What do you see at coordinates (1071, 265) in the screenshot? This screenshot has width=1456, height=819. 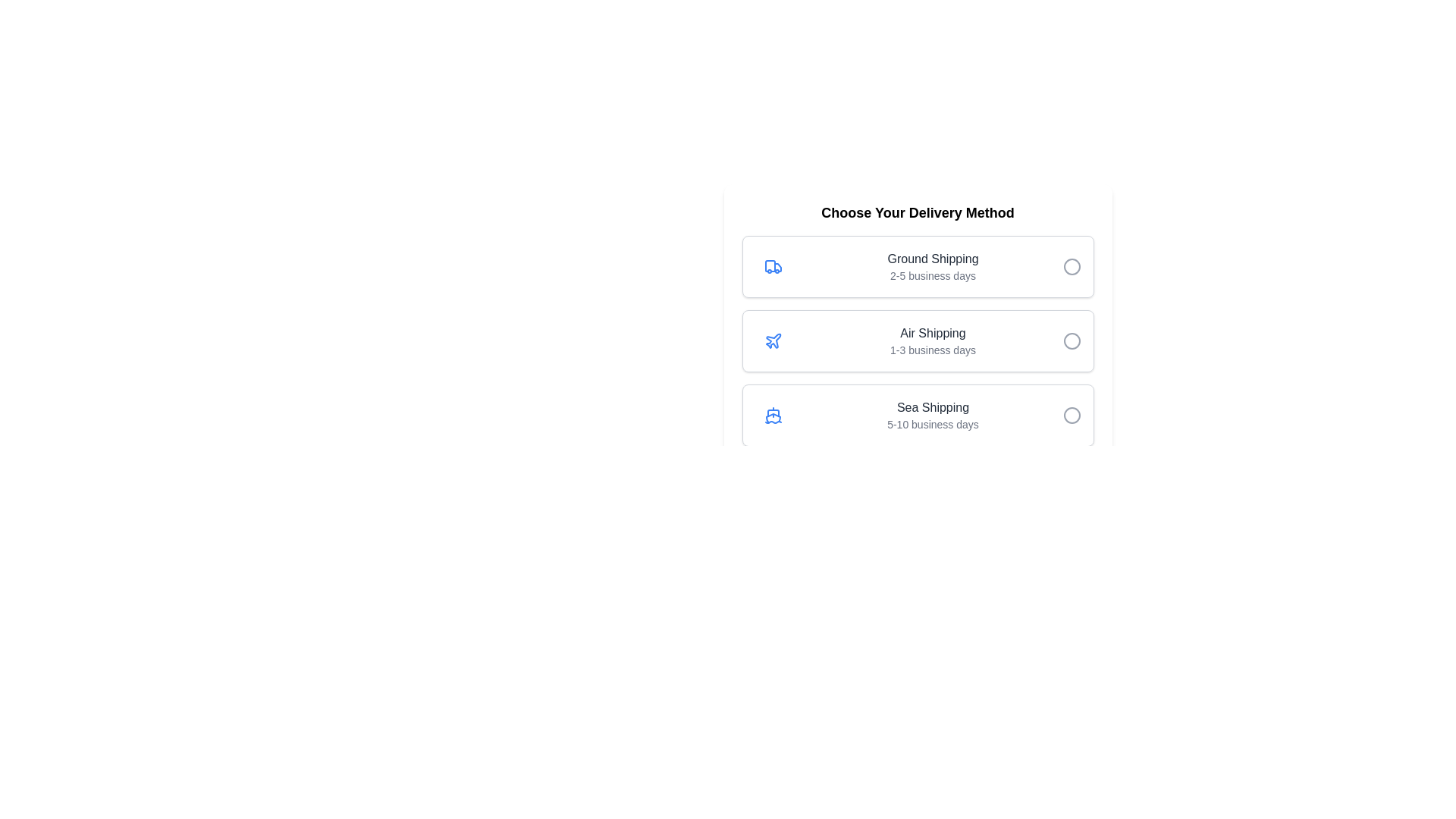 I see `the radio button for the 'Ground Shipping' option, which is styled as a circular component with a gray border and indicates the selected state` at bounding box center [1071, 265].